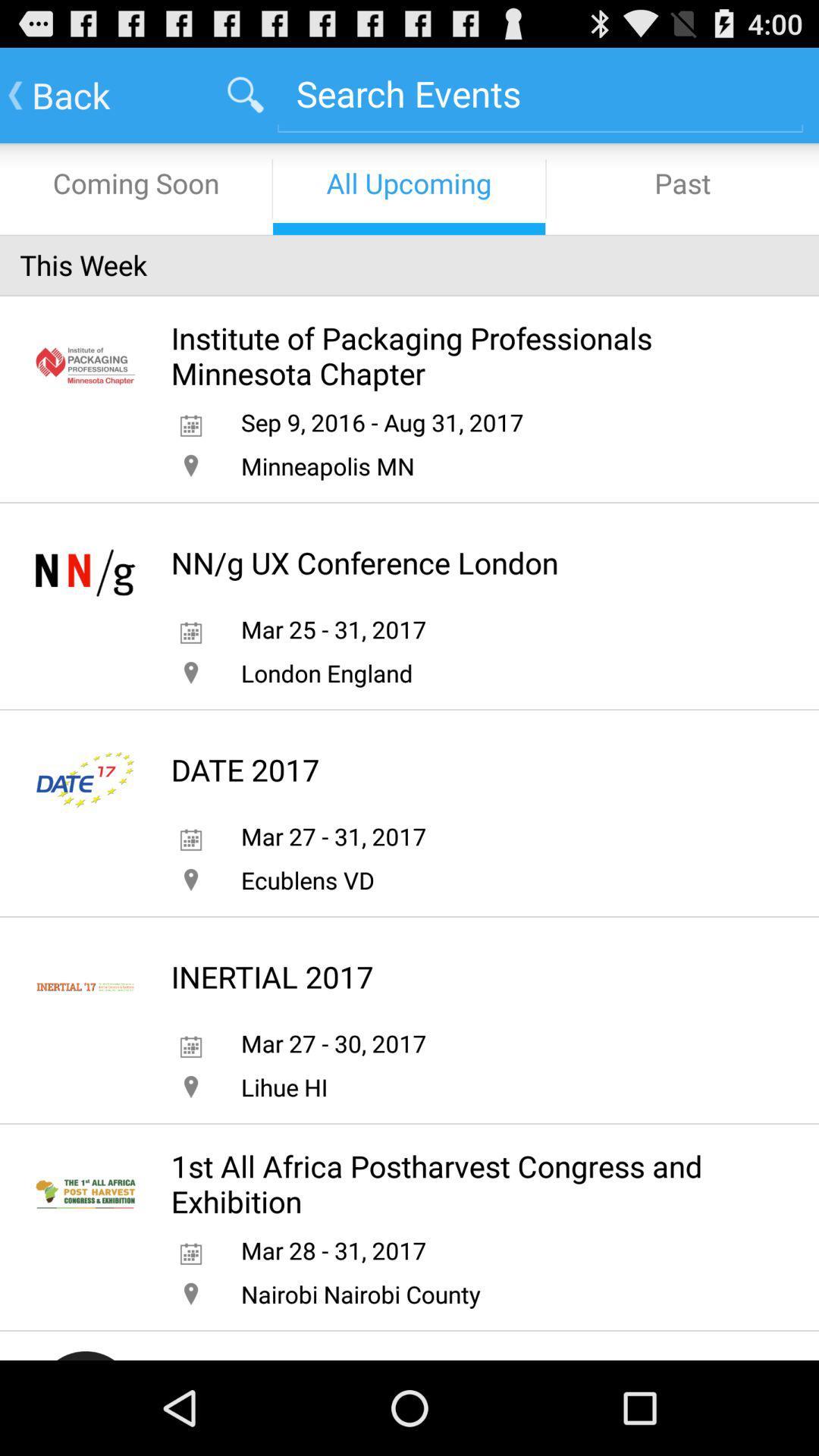 This screenshot has width=819, height=1456. What do you see at coordinates (365, 562) in the screenshot?
I see `nn g ux icon` at bounding box center [365, 562].